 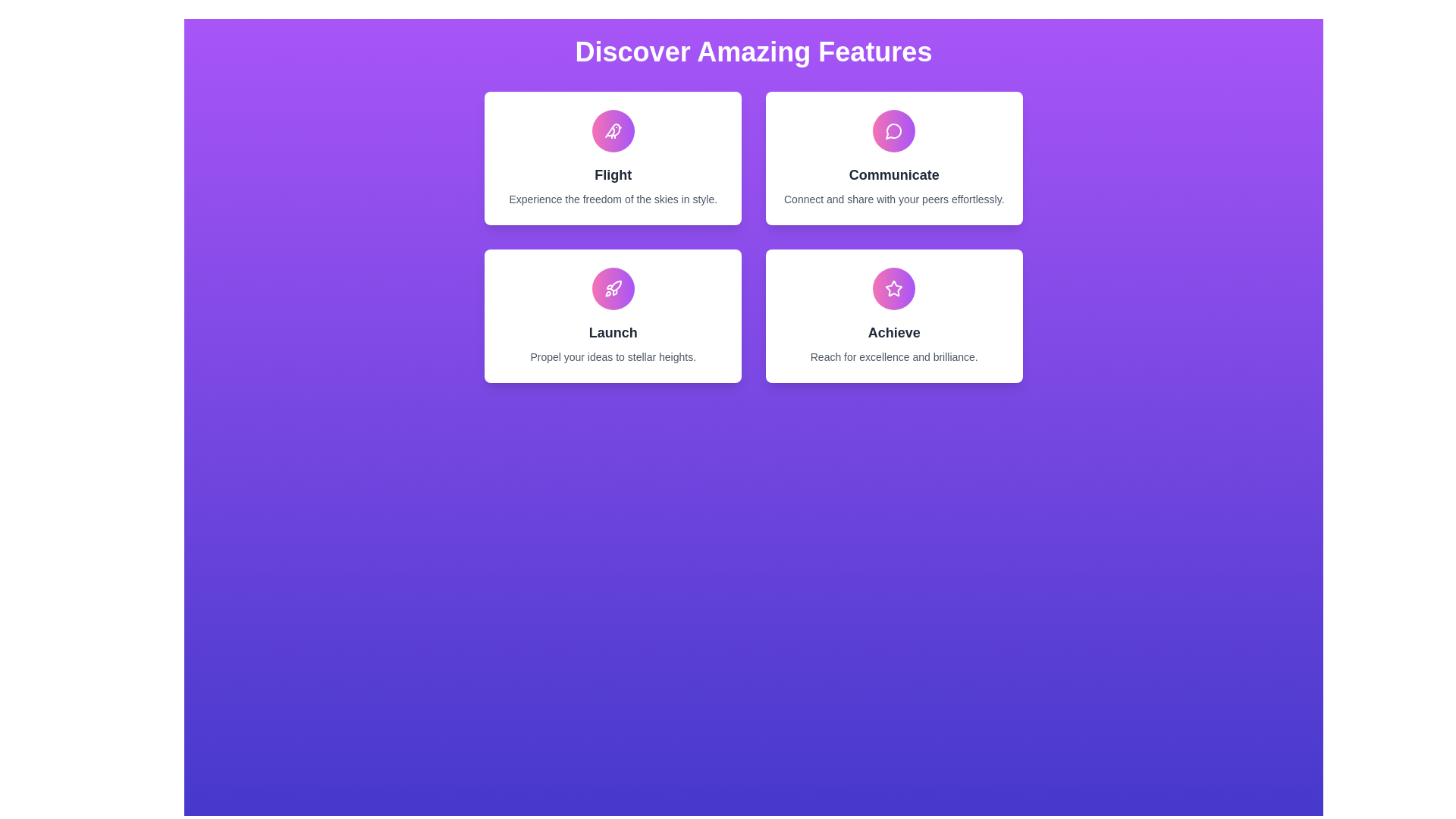 I want to click on the circular button with an icon located in the 'Launch' section, which is the third box in the second row of the grid layout, aligned with the text 'Launch' and the subtext 'Propel your ideas to stellar heights.', so click(x=613, y=289).